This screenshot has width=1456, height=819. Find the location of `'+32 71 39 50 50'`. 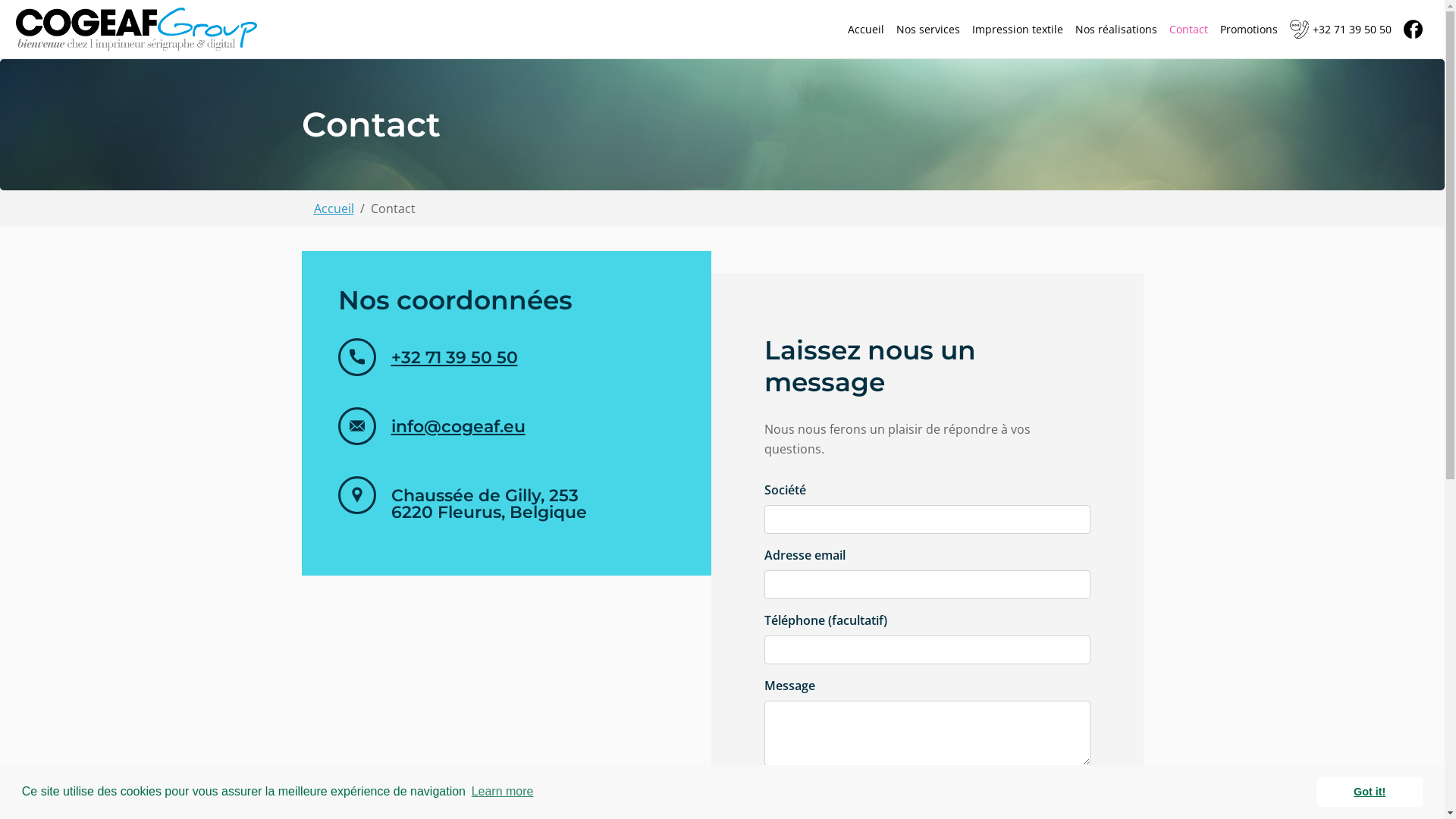

'+32 71 39 50 50' is located at coordinates (1340, 29).